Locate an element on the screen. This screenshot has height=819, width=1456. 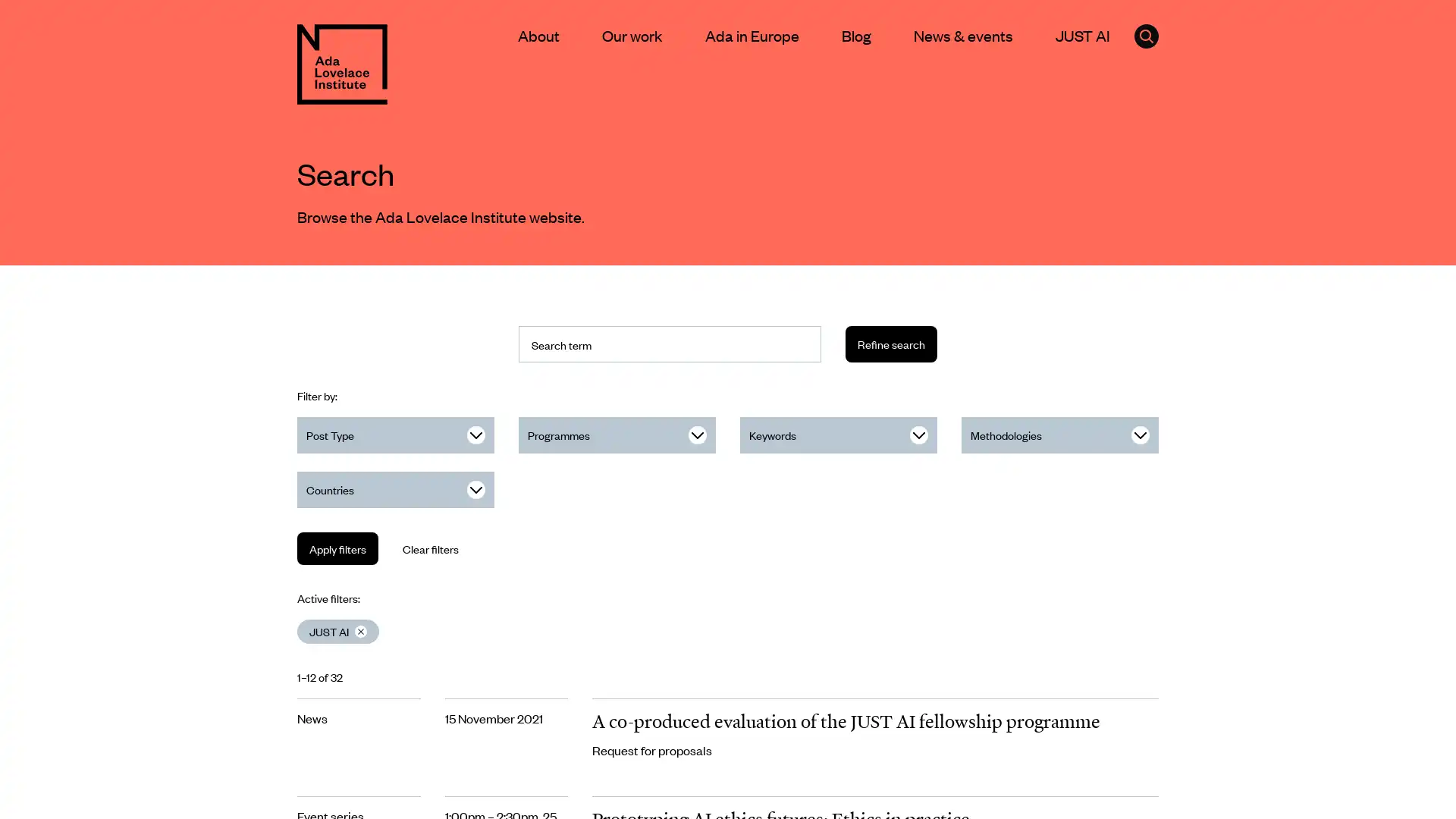
Click to open the search form is located at coordinates (1147, 35).